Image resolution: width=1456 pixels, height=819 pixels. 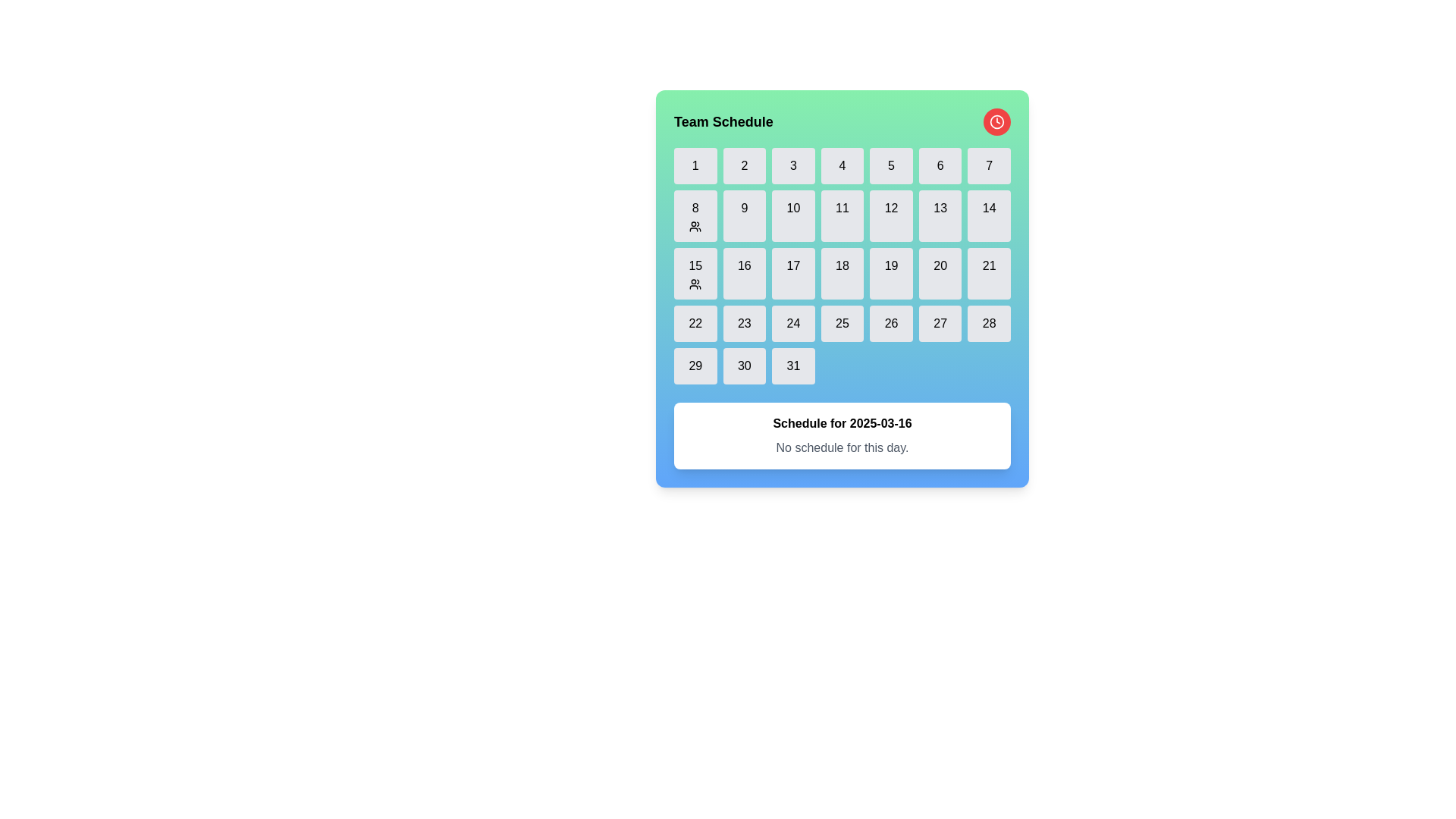 I want to click on number displayed in the numeric label showing '9', which is located in the calendar grid as the fifth entry in the second row, so click(x=744, y=208).